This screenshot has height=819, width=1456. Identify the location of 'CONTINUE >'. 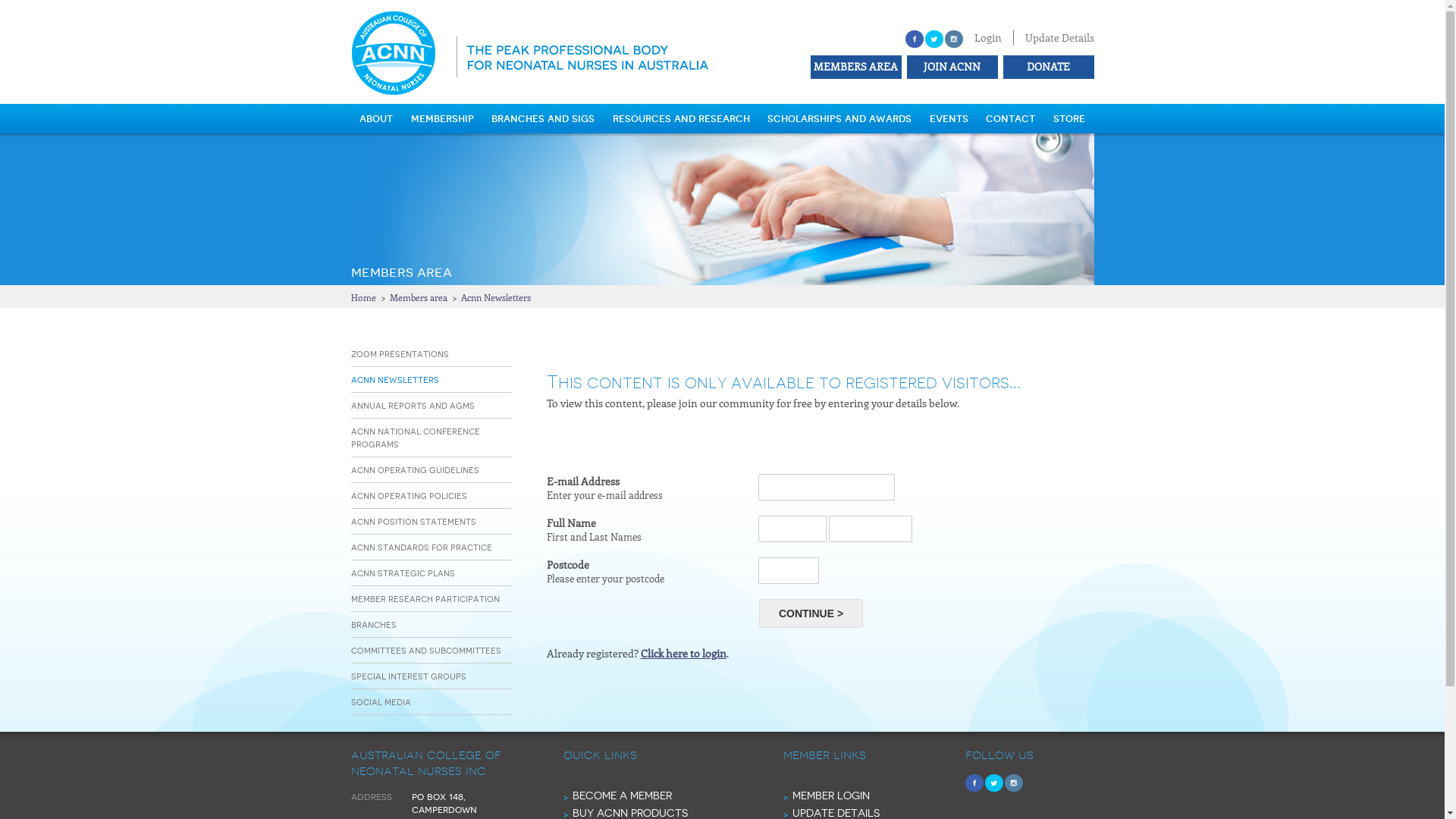
(810, 613).